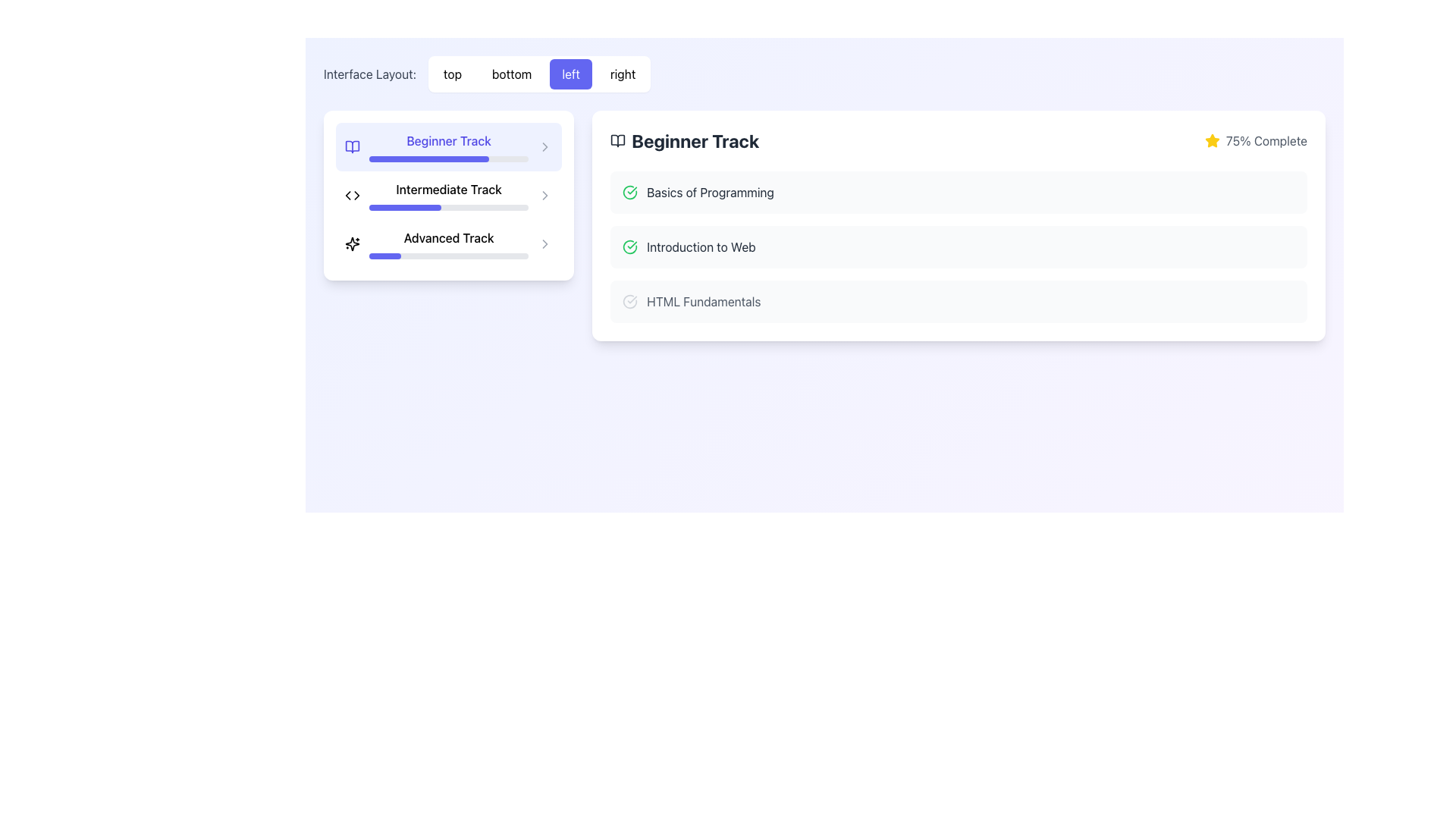 The height and width of the screenshot is (819, 1456). What do you see at coordinates (356, 195) in the screenshot?
I see `the triangular arrow icon representing navigation for the 'Intermediate Track', located to the left of the text 'Intermediate Track'` at bounding box center [356, 195].